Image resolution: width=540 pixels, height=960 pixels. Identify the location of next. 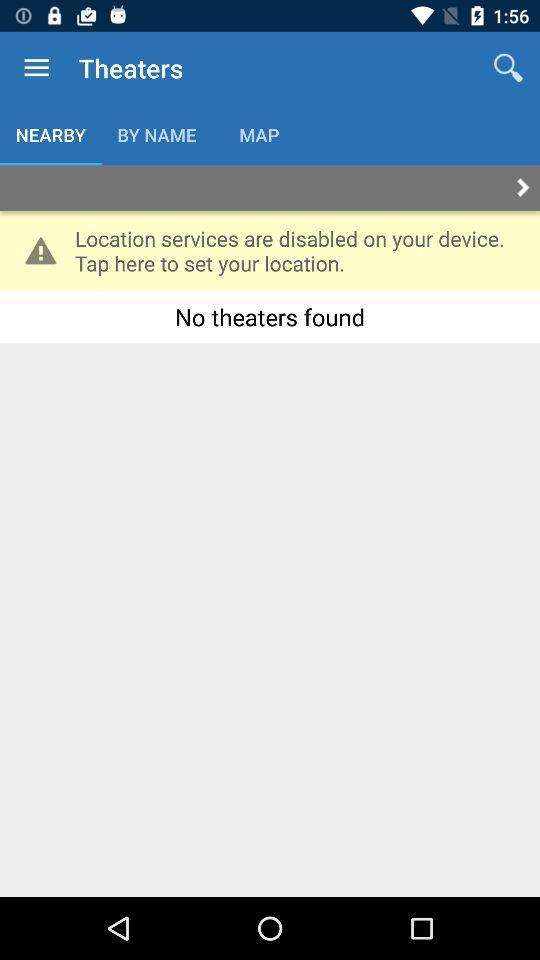
(270, 188).